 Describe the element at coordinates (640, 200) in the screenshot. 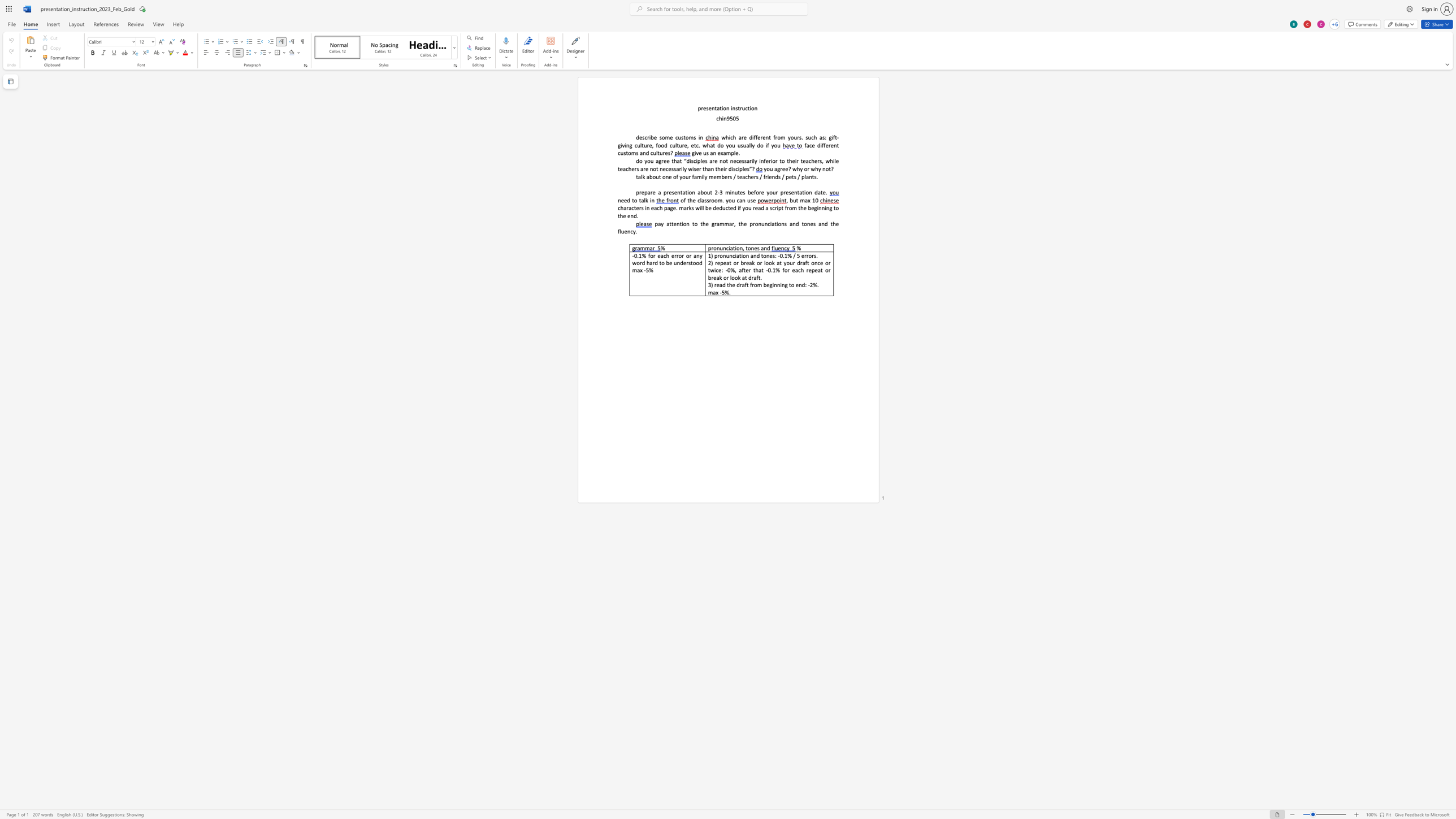

I see `the space between the continuous character "t" and "a" in the text` at that location.